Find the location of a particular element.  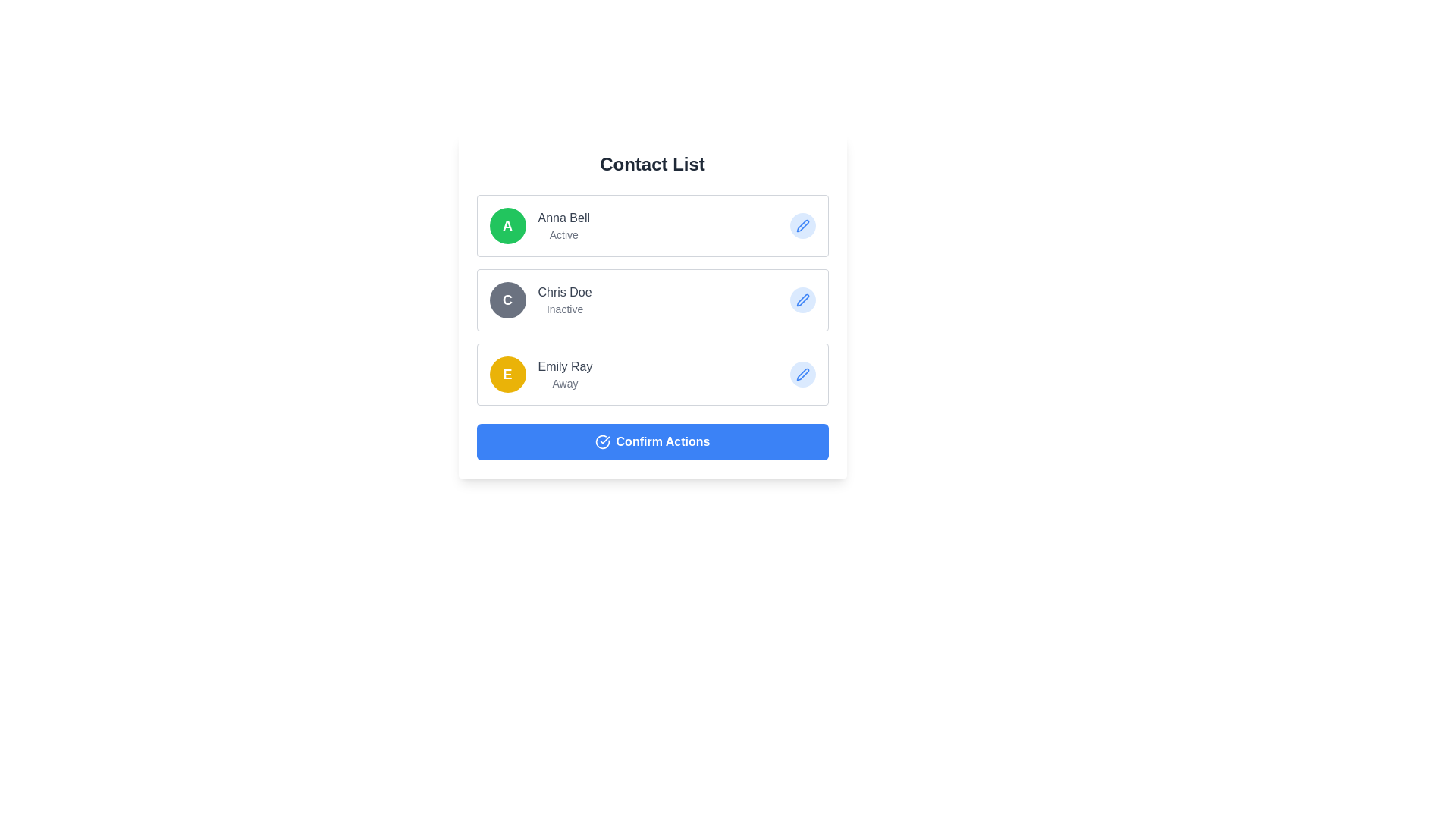

the 'Edit' icon button located in the upper-right area of the first contact item, next to 'Anna Bell' and above the status text 'Active', to initiate editing the contact information is located at coordinates (802, 225).